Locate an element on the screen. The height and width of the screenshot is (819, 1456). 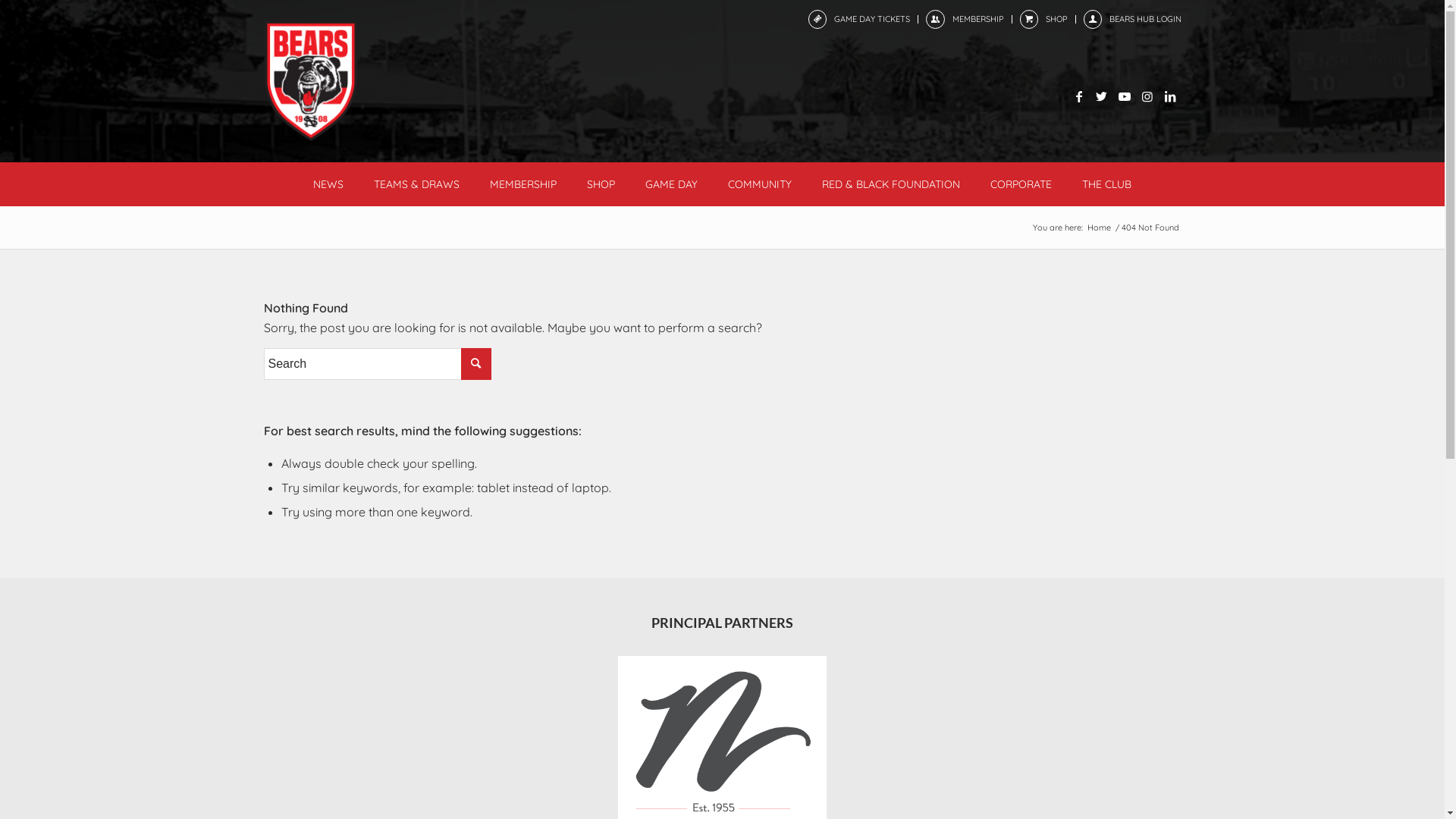
'NEWS' is located at coordinates (327, 184).